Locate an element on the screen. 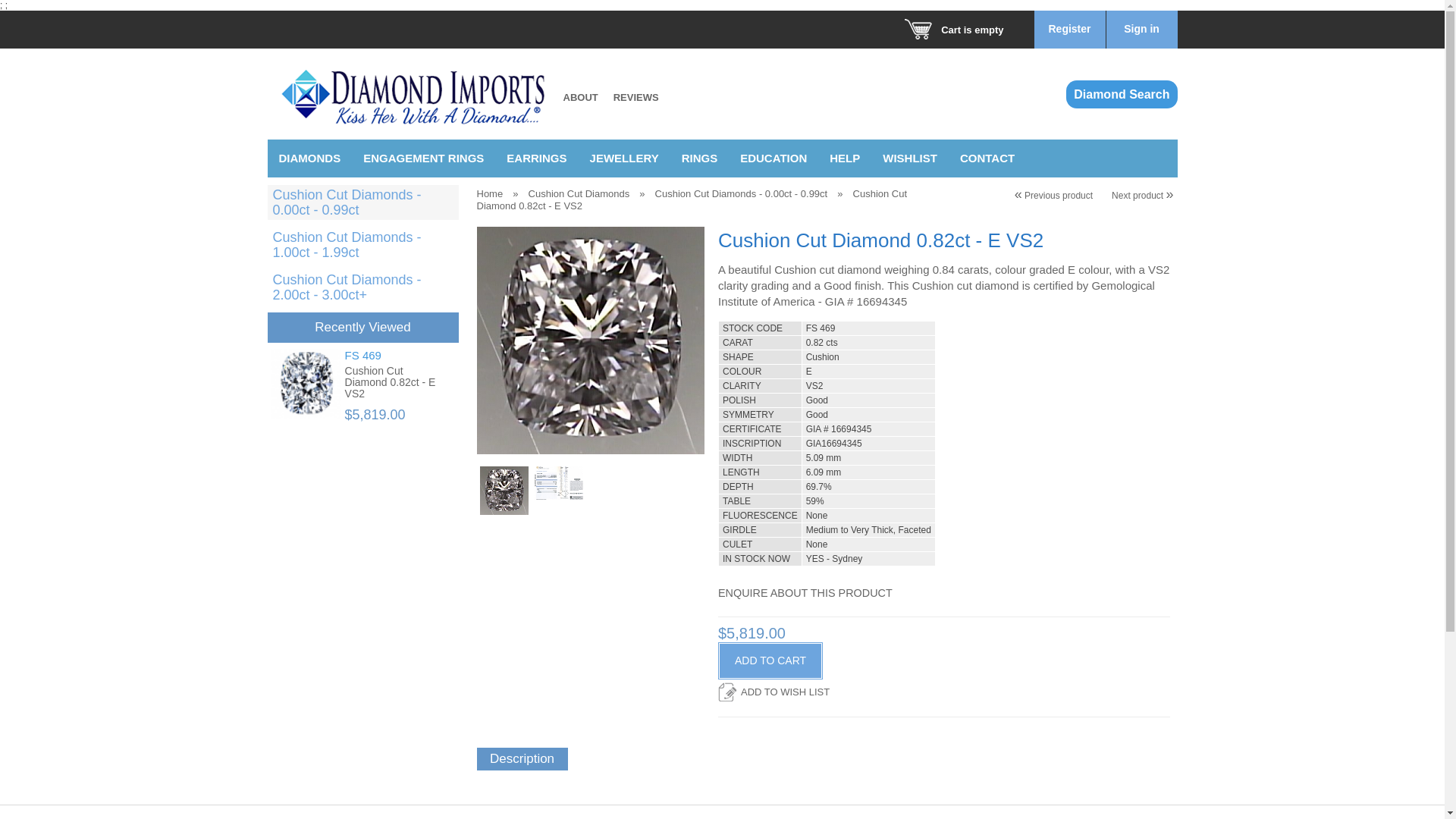  'Cushion Cut Diamond 0.82ct E VS2' is located at coordinates (503, 491).